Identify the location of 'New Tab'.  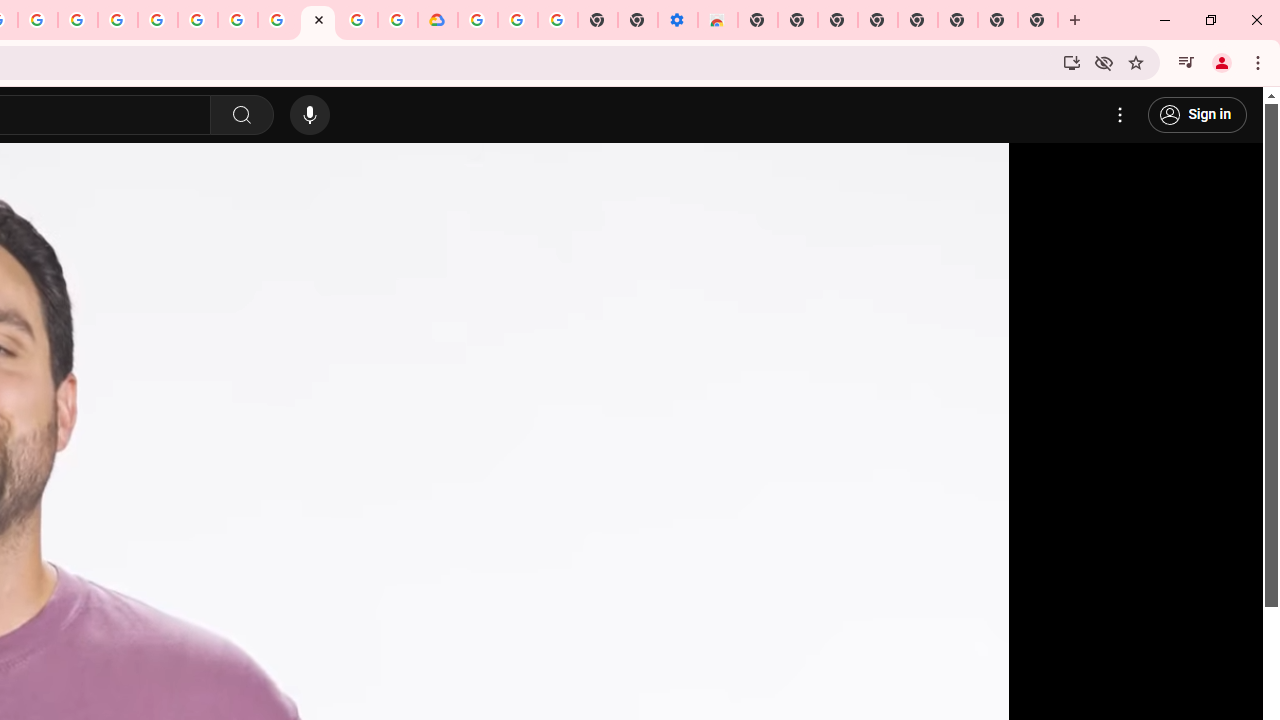
(1038, 20).